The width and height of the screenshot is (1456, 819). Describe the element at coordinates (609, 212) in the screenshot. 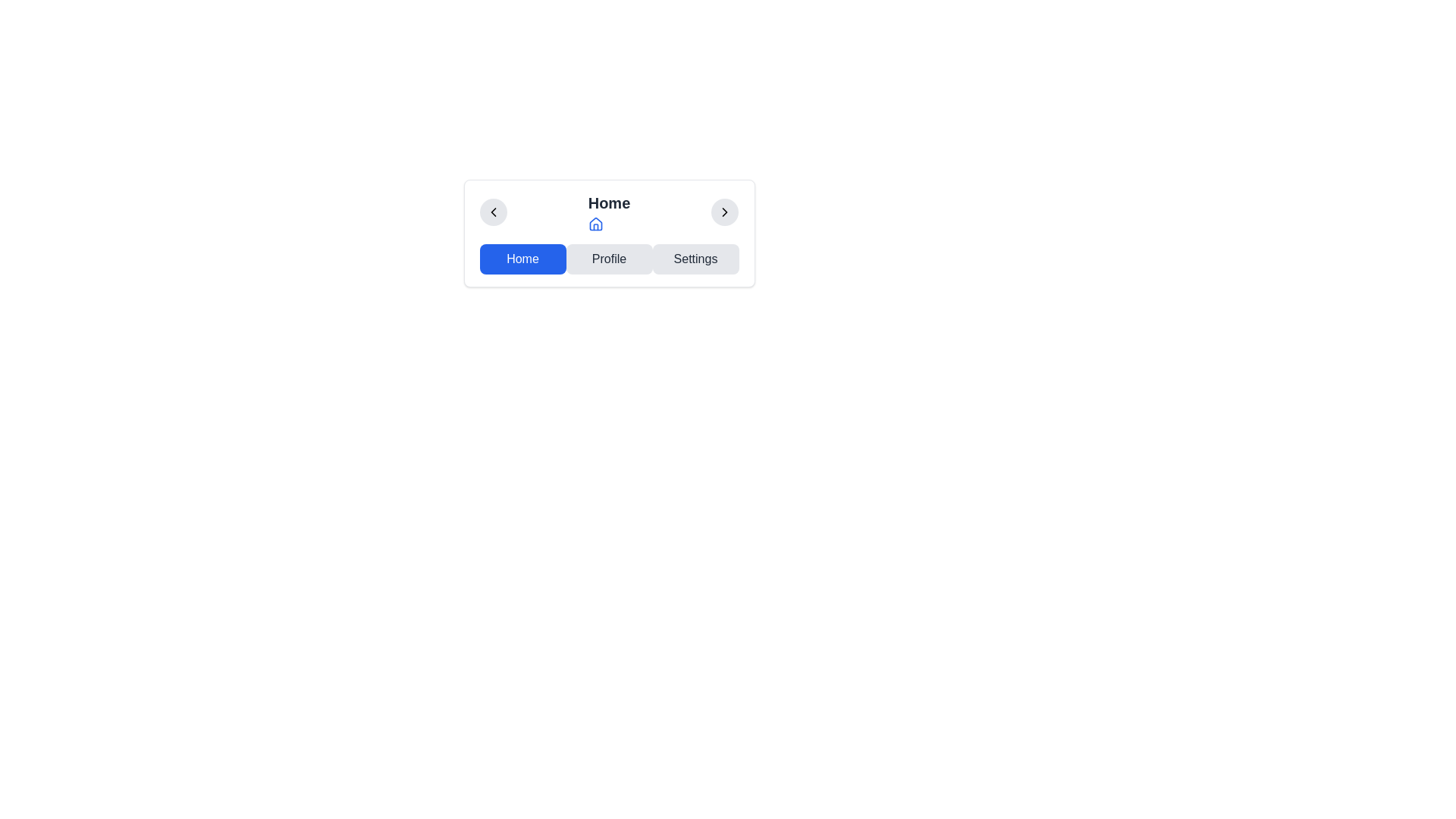

I see `the 'Home' label with the house icon, which is centrally aligned in the navigation bar` at that location.